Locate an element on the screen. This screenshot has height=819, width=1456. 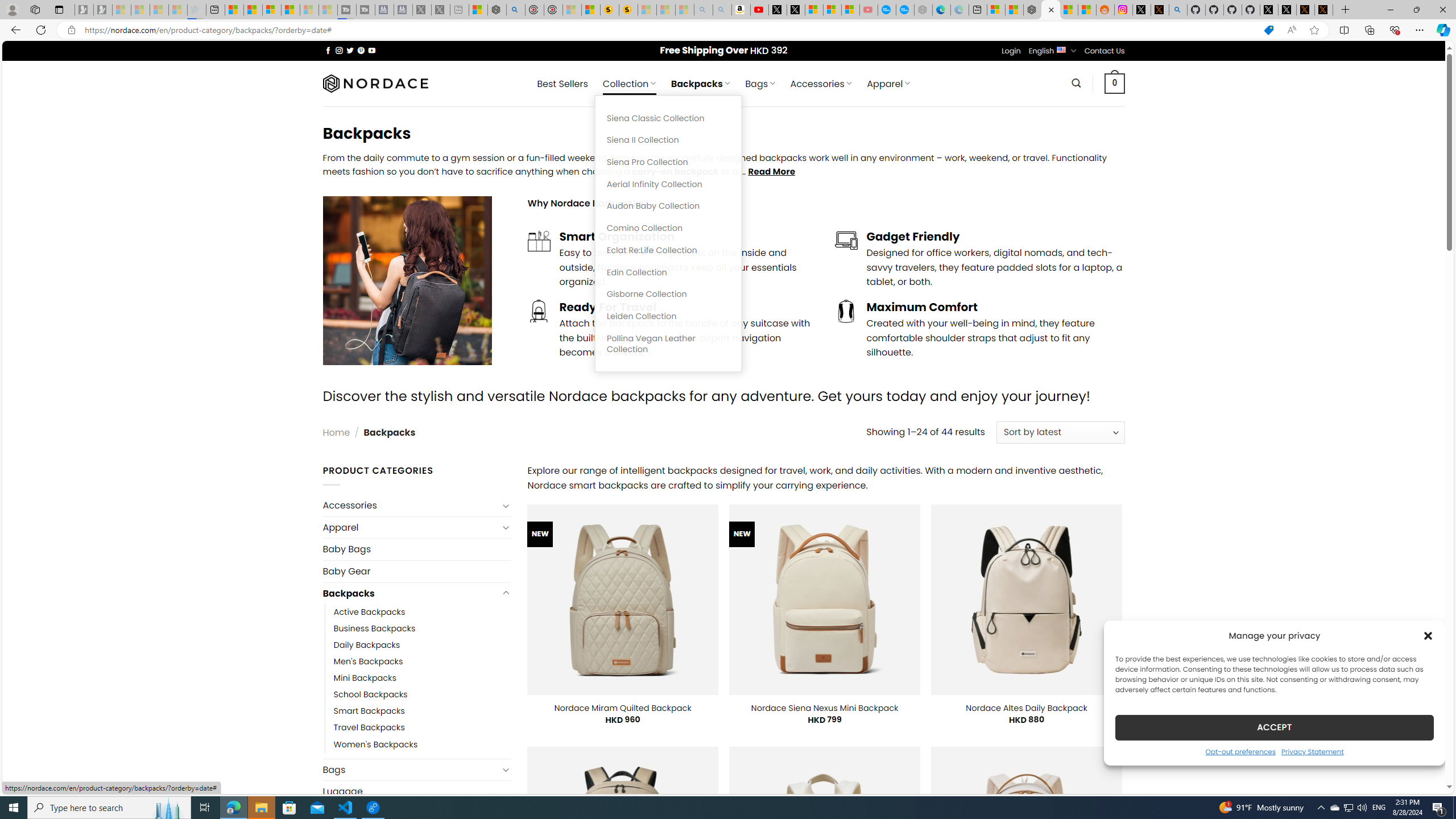
'Refresh' is located at coordinates (40, 29).